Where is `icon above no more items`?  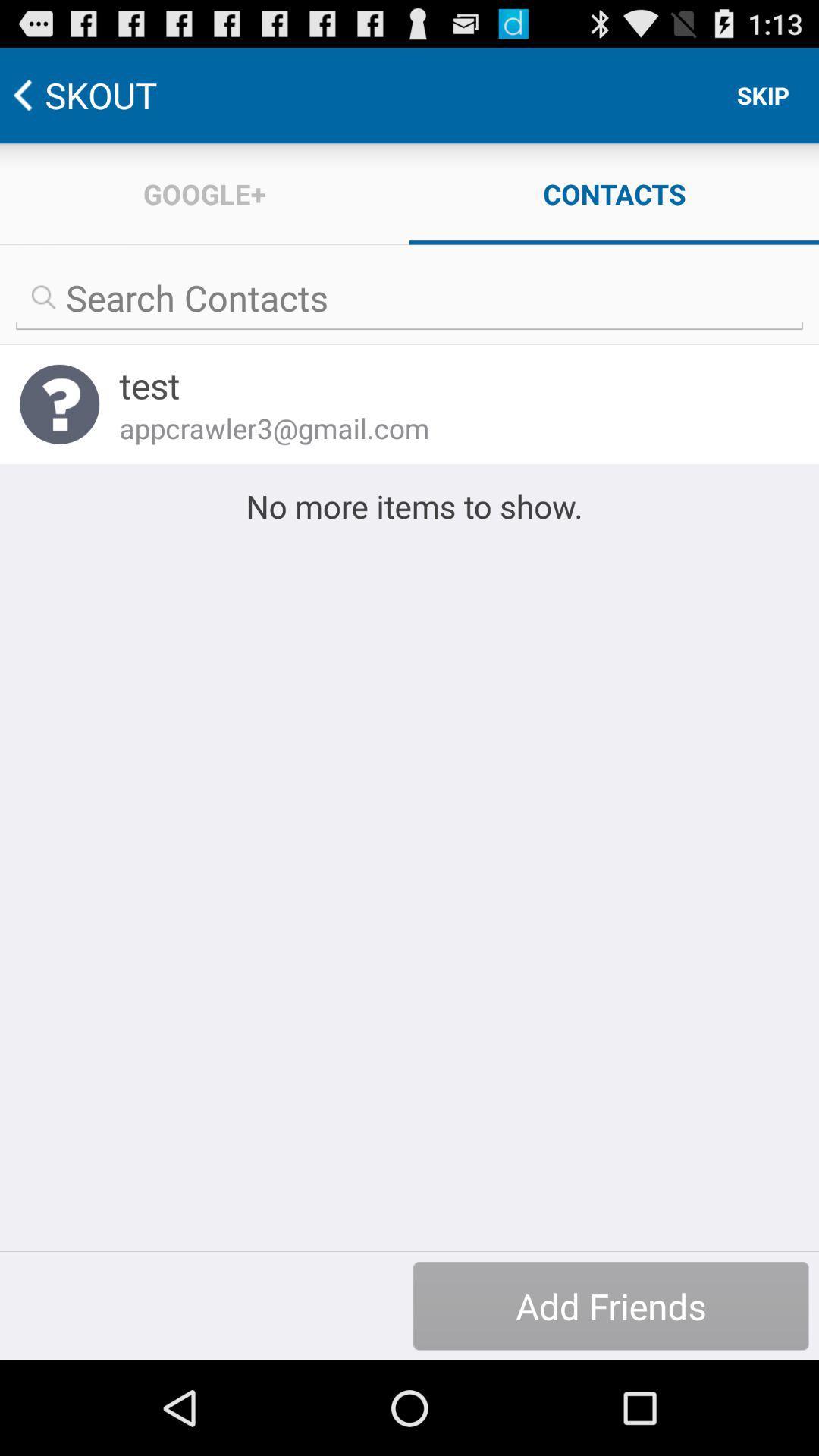
icon above no more items is located at coordinates (448, 427).